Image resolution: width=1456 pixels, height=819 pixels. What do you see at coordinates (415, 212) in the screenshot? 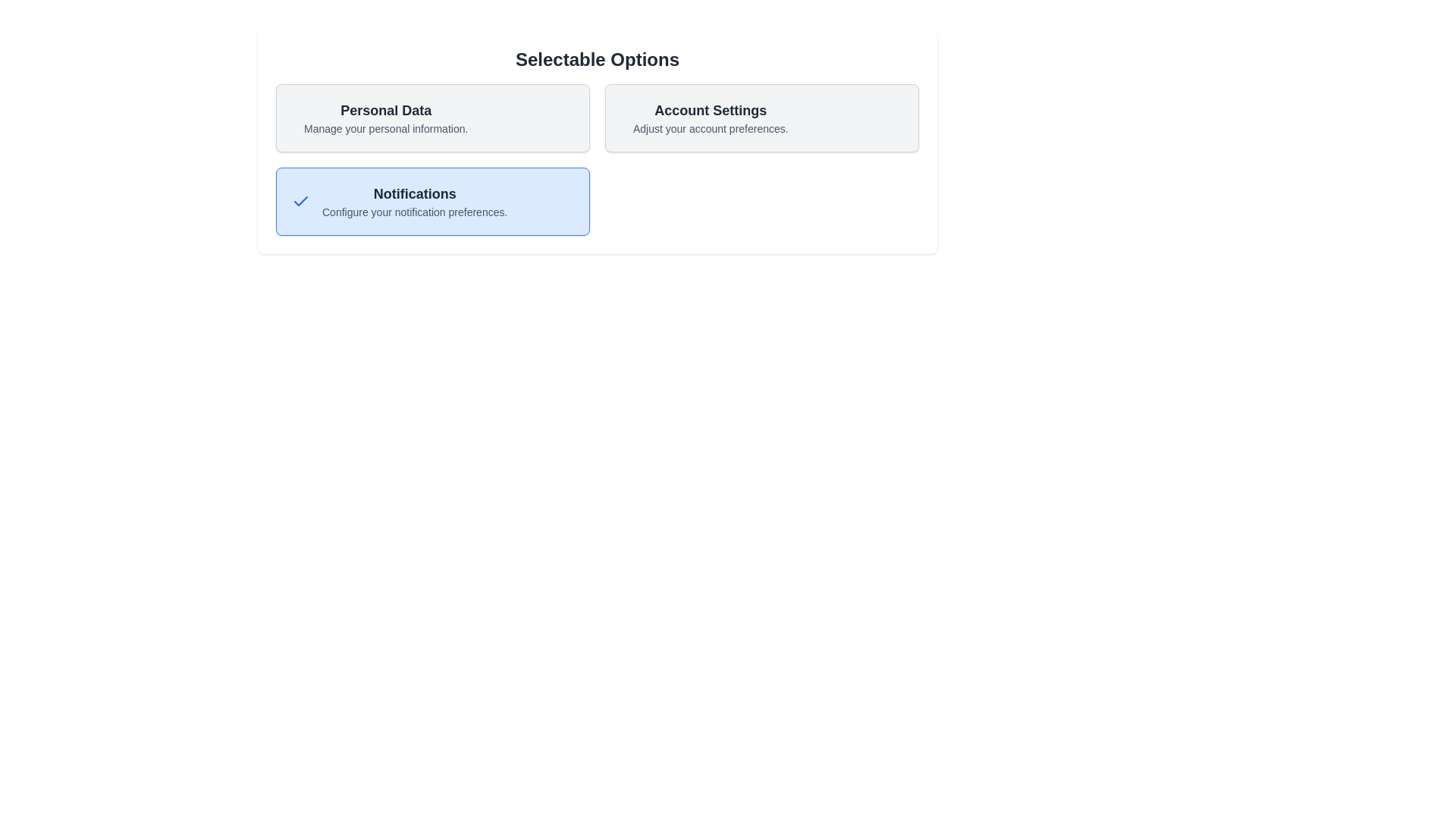
I see `the static text providing additional information about notifications, located directly below the 'Notifications' header and within a highlighted selectable section` at bounding box center [415, 212].